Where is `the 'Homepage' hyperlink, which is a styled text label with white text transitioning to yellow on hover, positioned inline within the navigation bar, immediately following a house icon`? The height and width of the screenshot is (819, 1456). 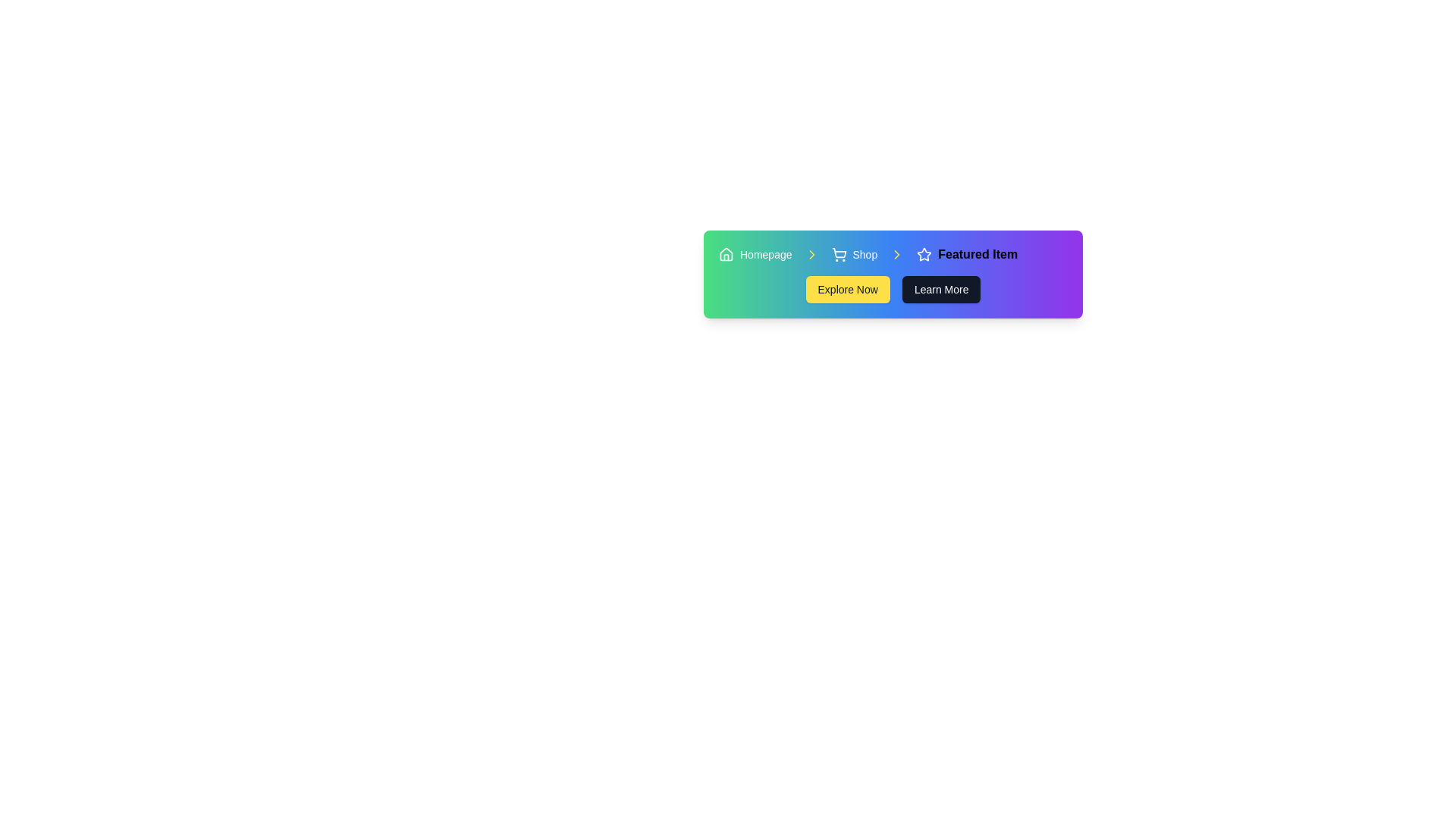 the 'Homepage' hyperlink, which is a styled text label with white text transitioning to yellow on hover, positioned inline within the navigation bar, immediately following a house icon is located at coordinates (766, 253).